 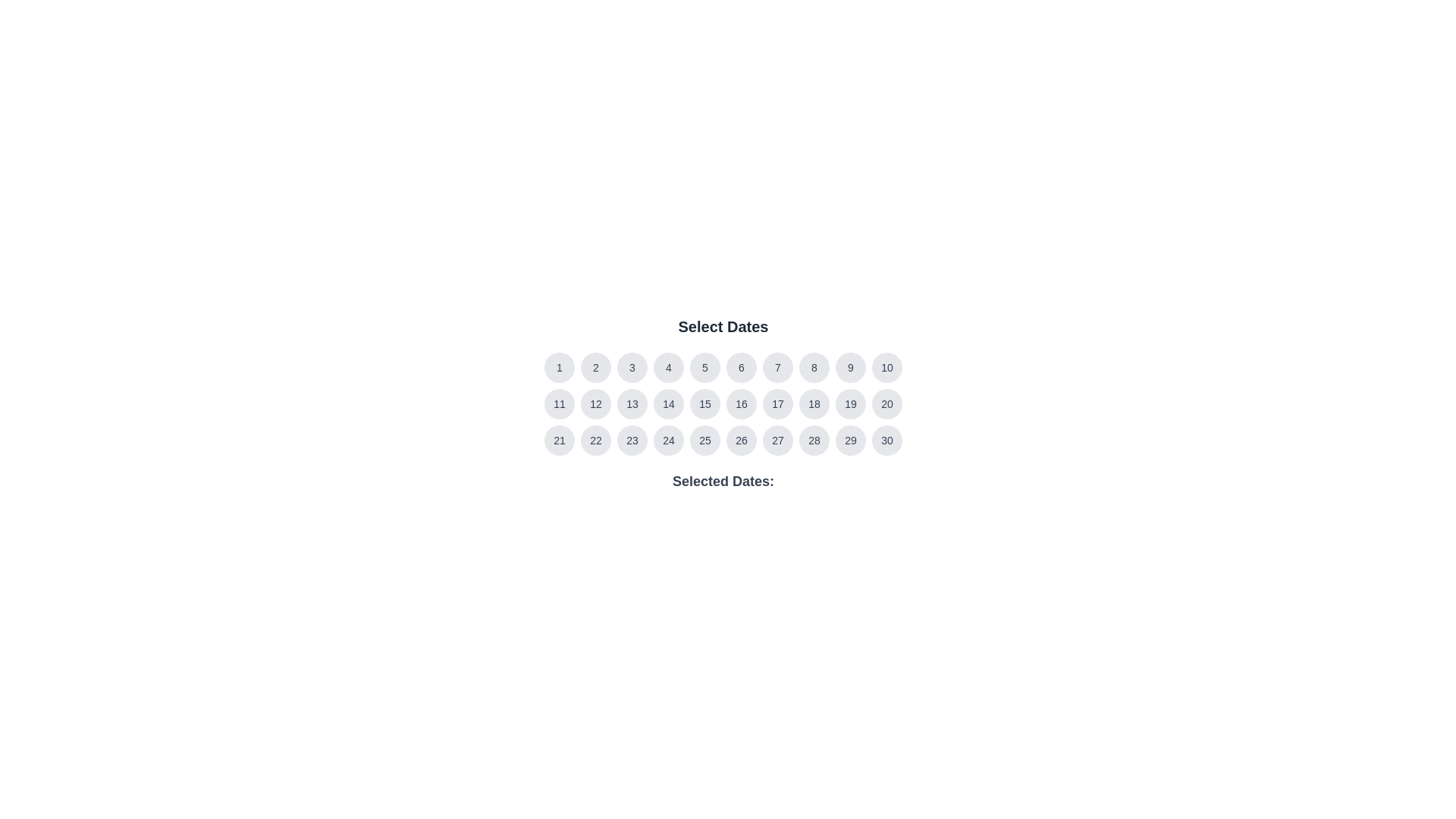 What do you see at coordinates (704, 441) in the screenshot?
I see `the rounded button displaying the number '25' in dark gray text` at bounding box center [704, 441].